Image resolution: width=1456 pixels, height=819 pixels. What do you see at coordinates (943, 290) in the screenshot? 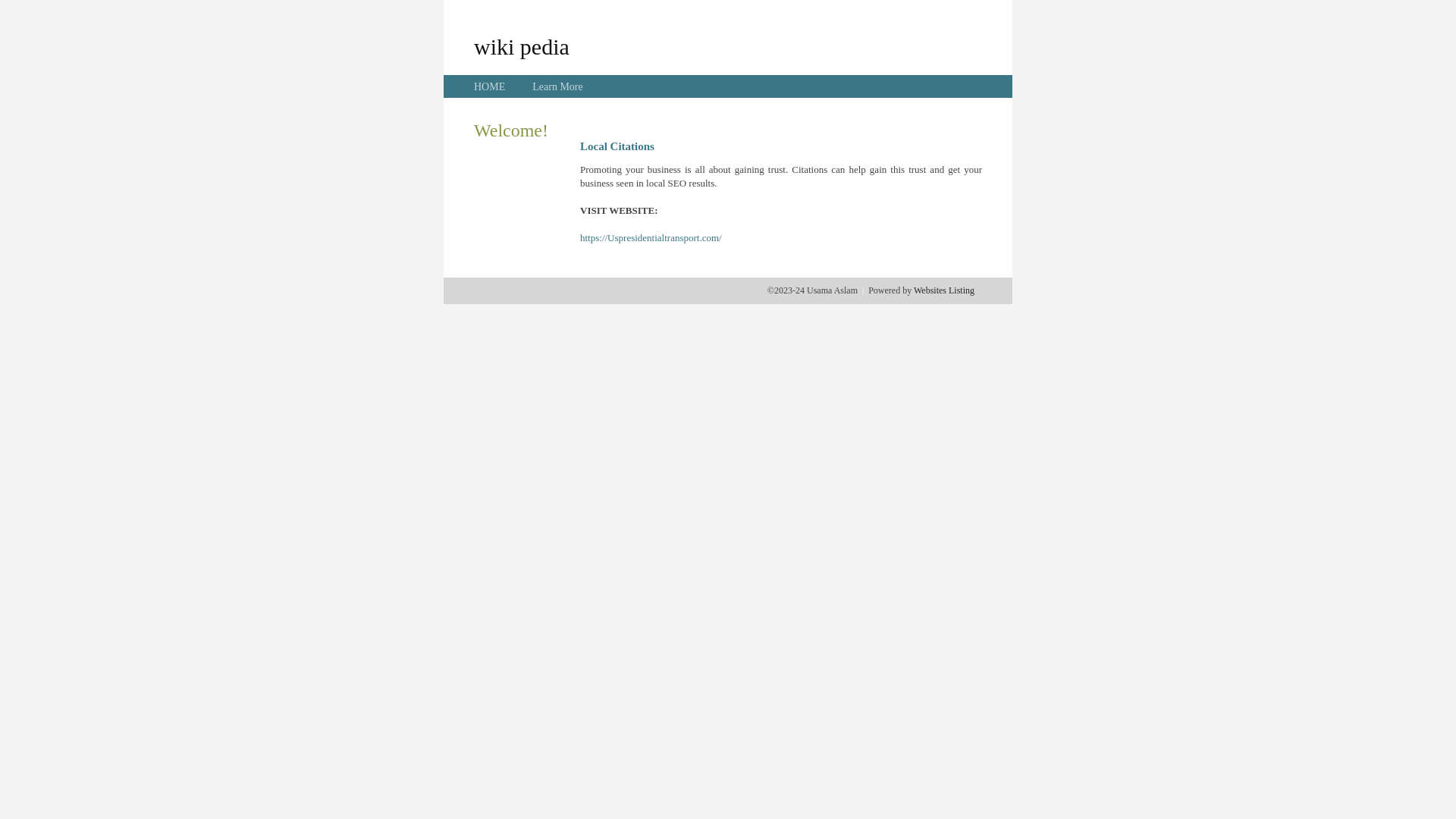
I see `'Websites Listing'` at bounding box center [943, 290].